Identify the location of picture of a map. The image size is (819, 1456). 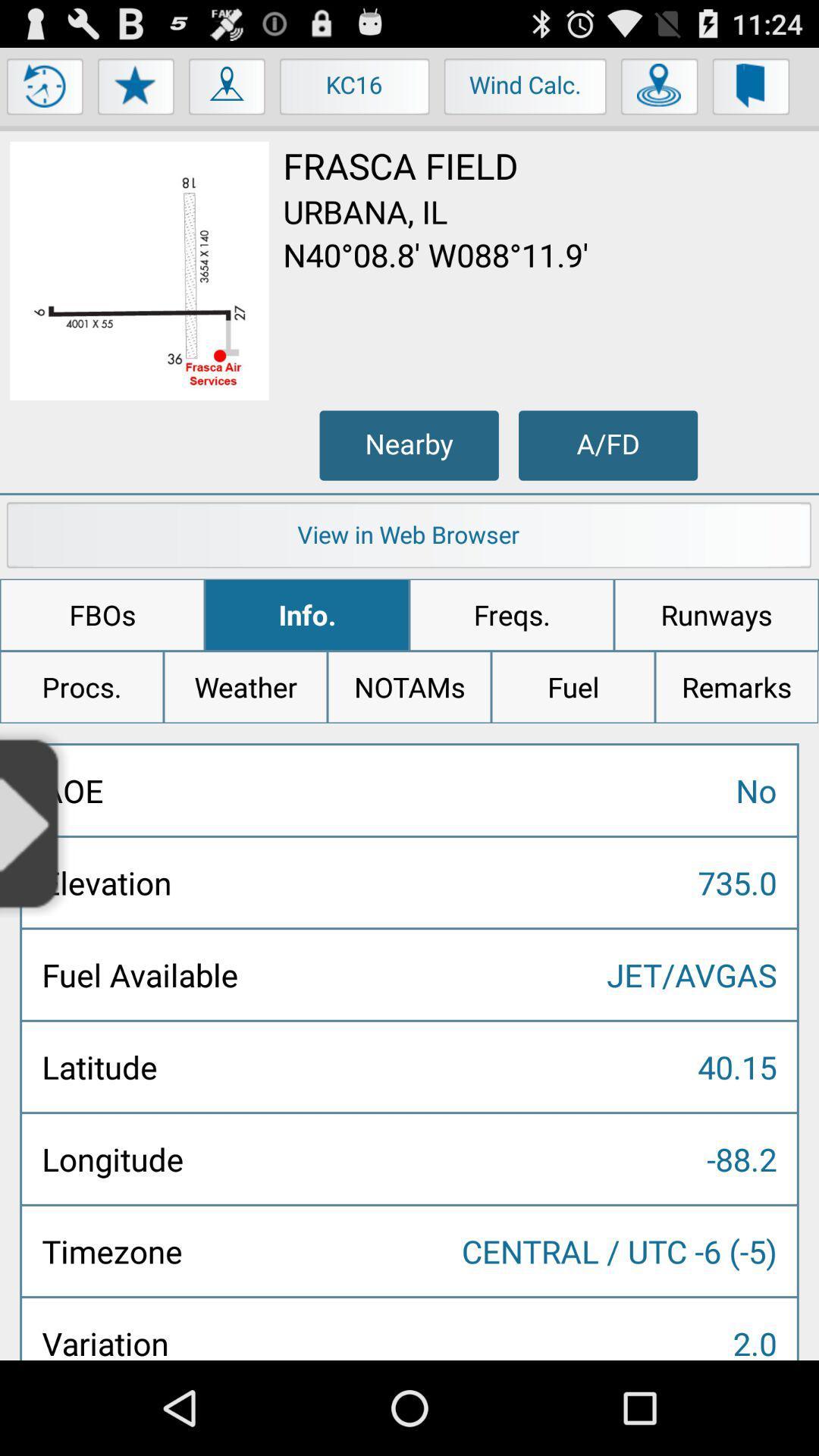
(140, 271).